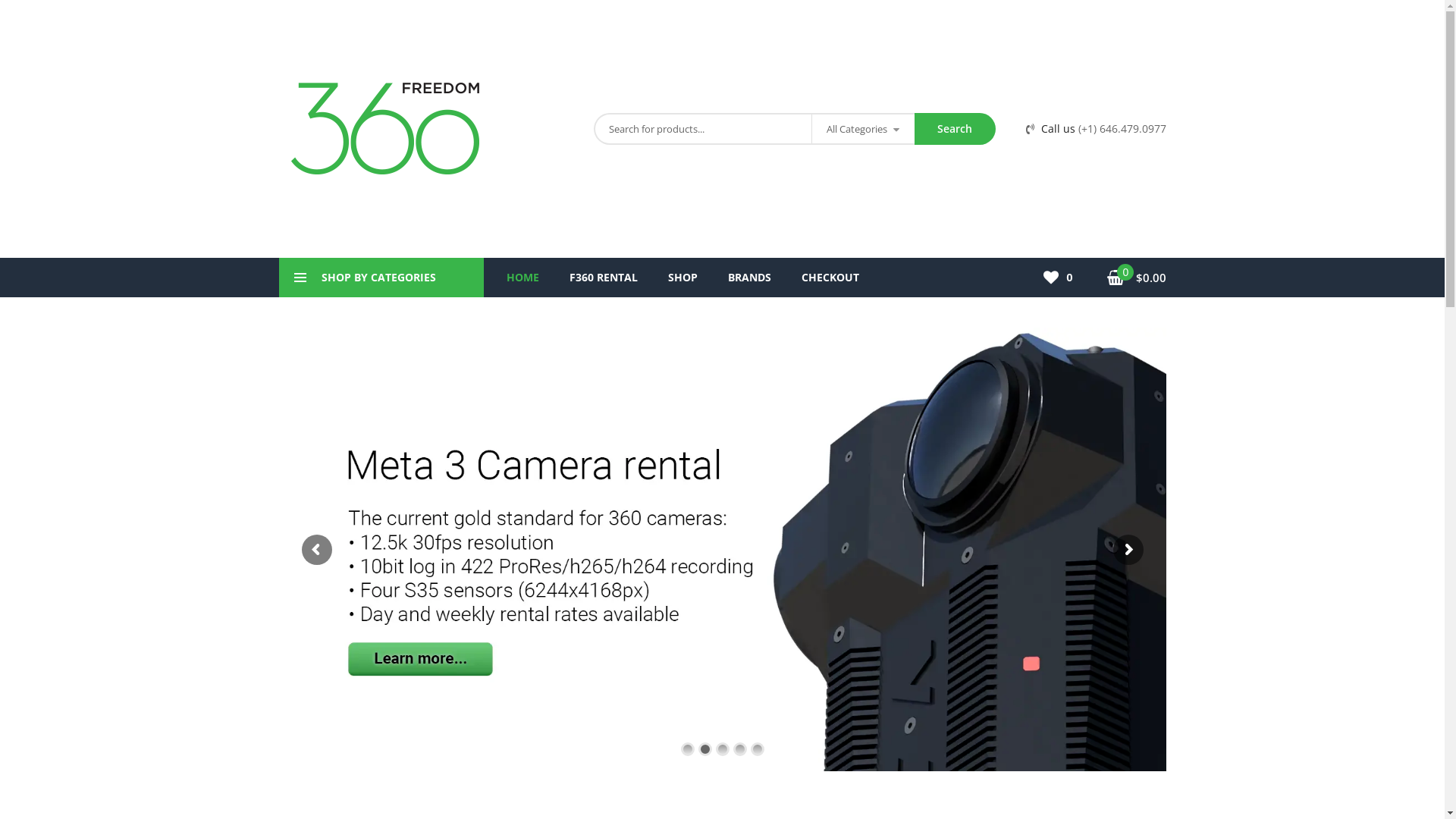 This screenshot has width=1456, height=819. I want to click on 'BRANDS', so click(749, 278).